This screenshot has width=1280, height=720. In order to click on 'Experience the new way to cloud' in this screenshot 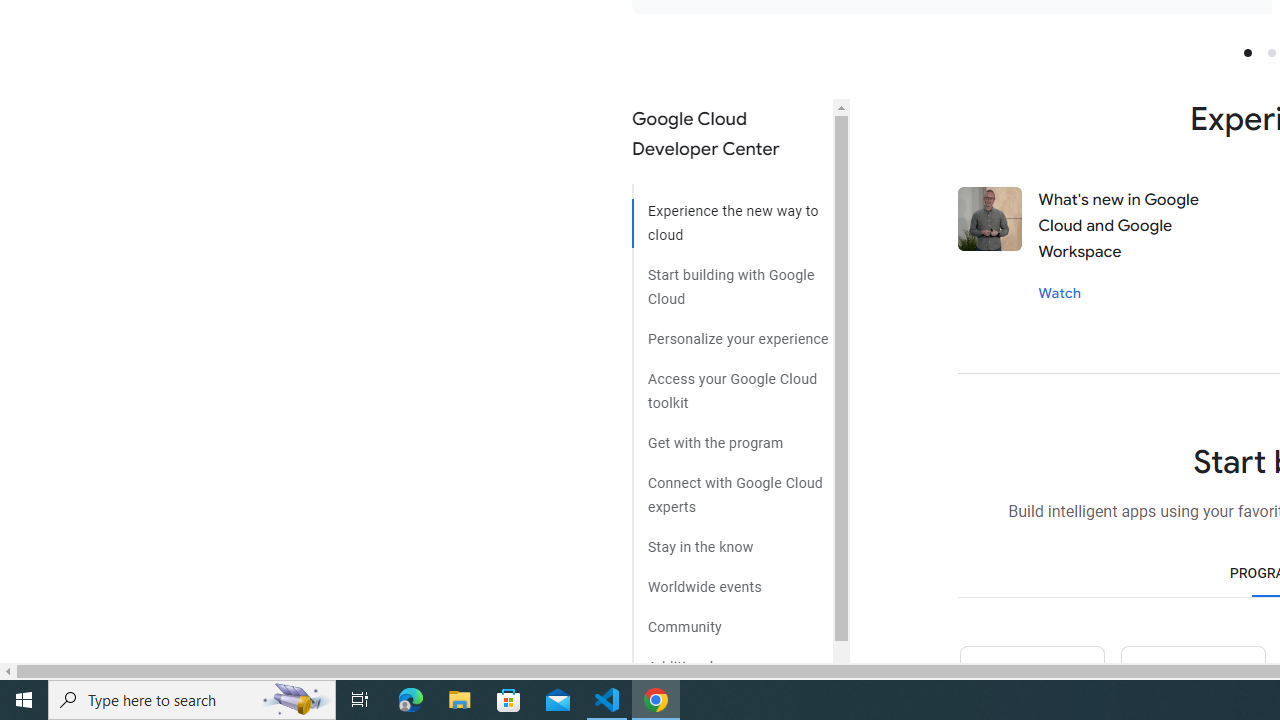, I will do `click(731, 216)`.